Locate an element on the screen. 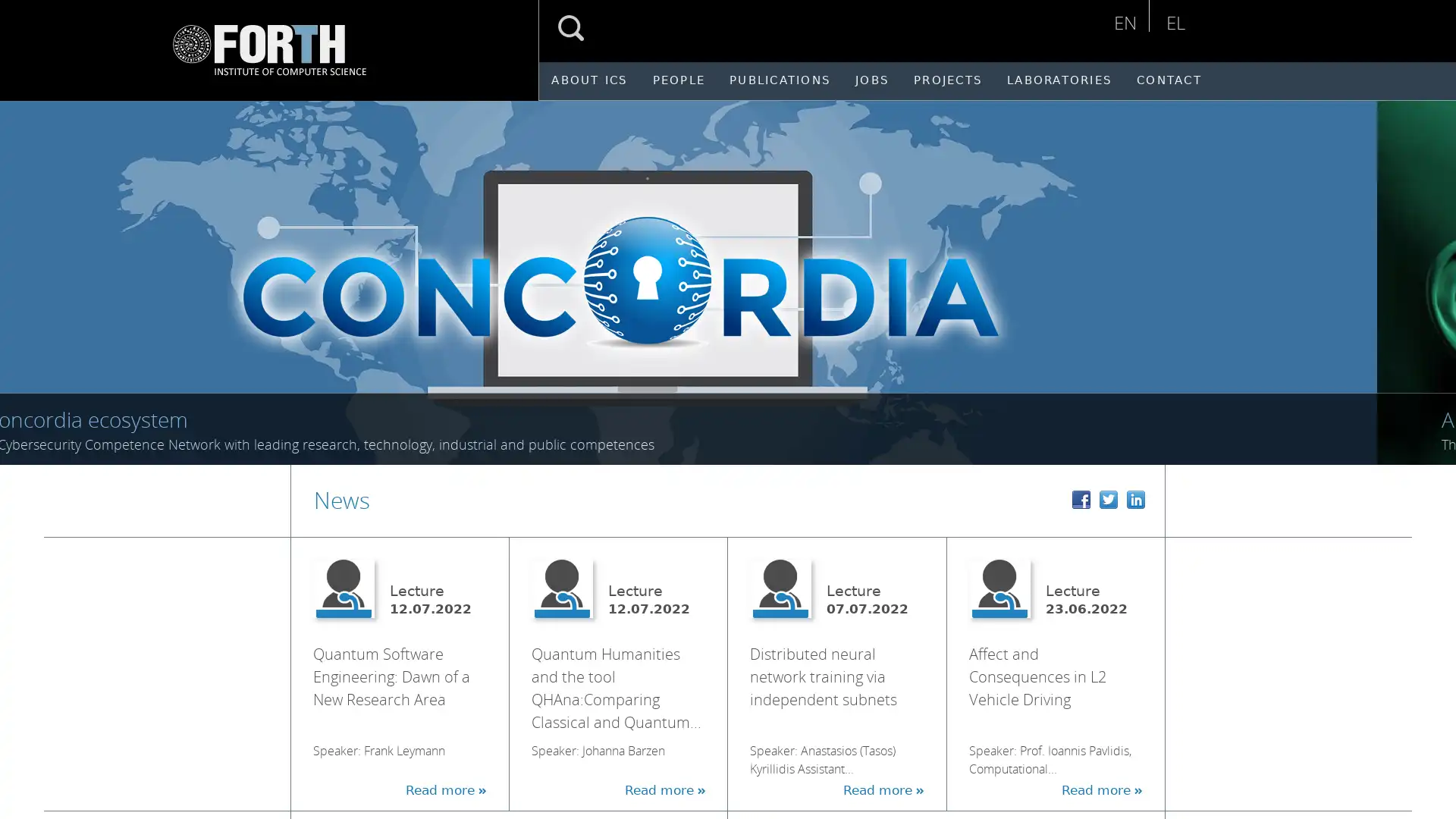 Image resolution: width=1456 pixels, height=819 pixels. visit next project is located at coordinates (1432, 274).